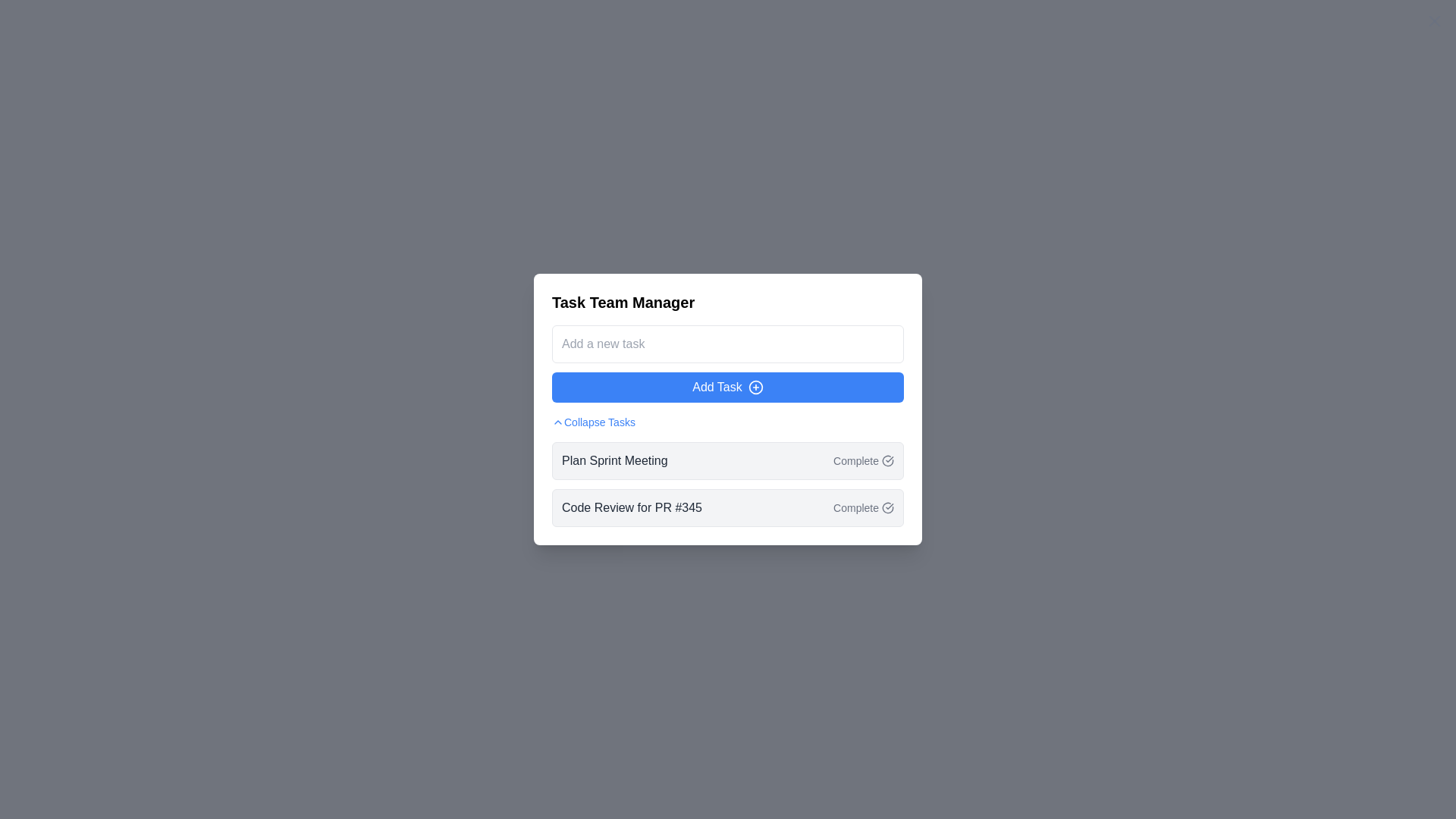  Describe the element at coordinates (592, 422) in the screenshot. I see `the 'Collapse Tasks' text label, which is styled with a small blue font and has a chevron-up icon next to it` at that location.